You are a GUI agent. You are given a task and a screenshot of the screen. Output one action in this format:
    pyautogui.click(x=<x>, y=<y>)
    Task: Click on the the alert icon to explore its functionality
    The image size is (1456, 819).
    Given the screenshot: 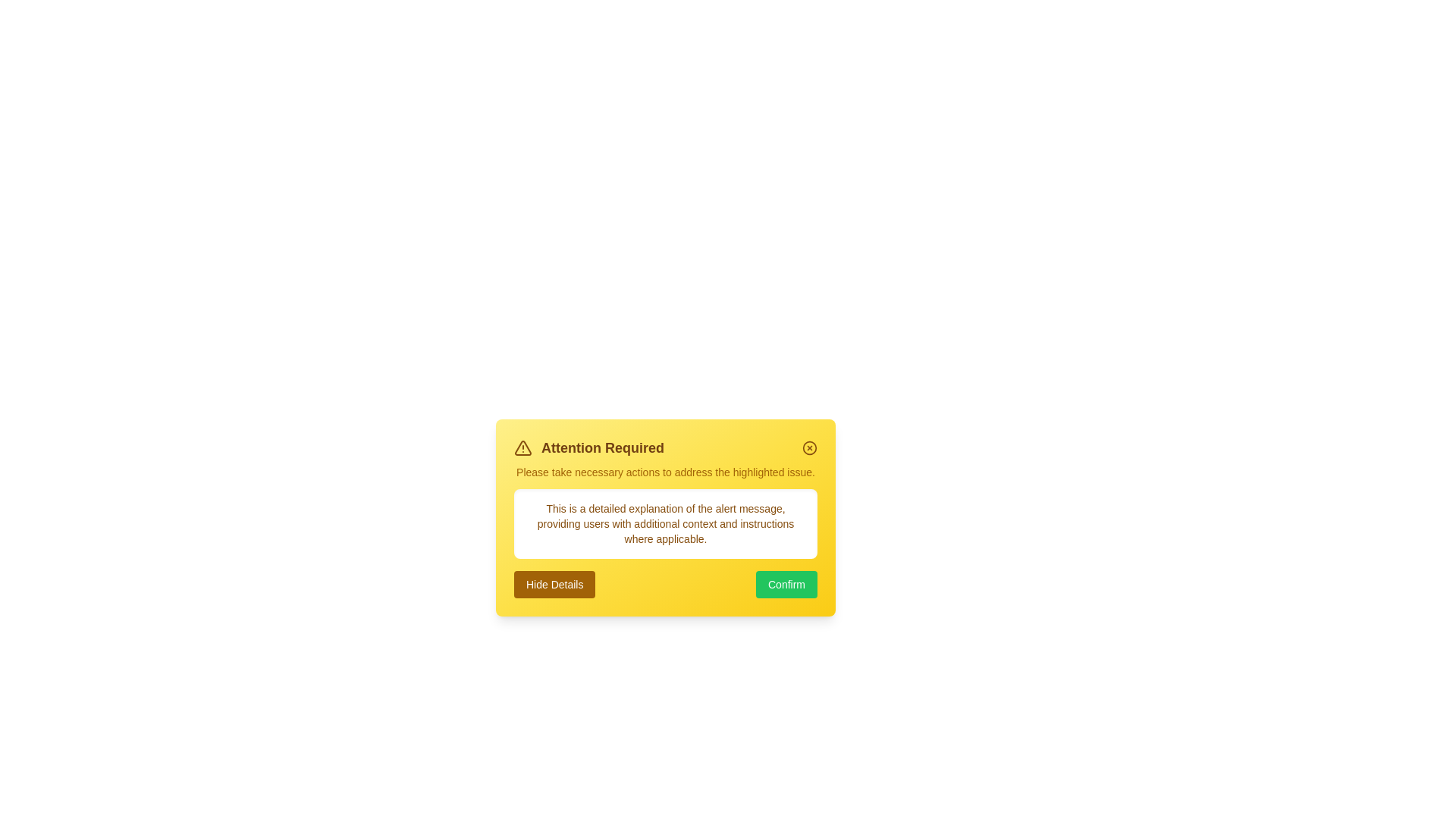 What is the action you would take?
    pyautogui.click(x=523, y=447)
    